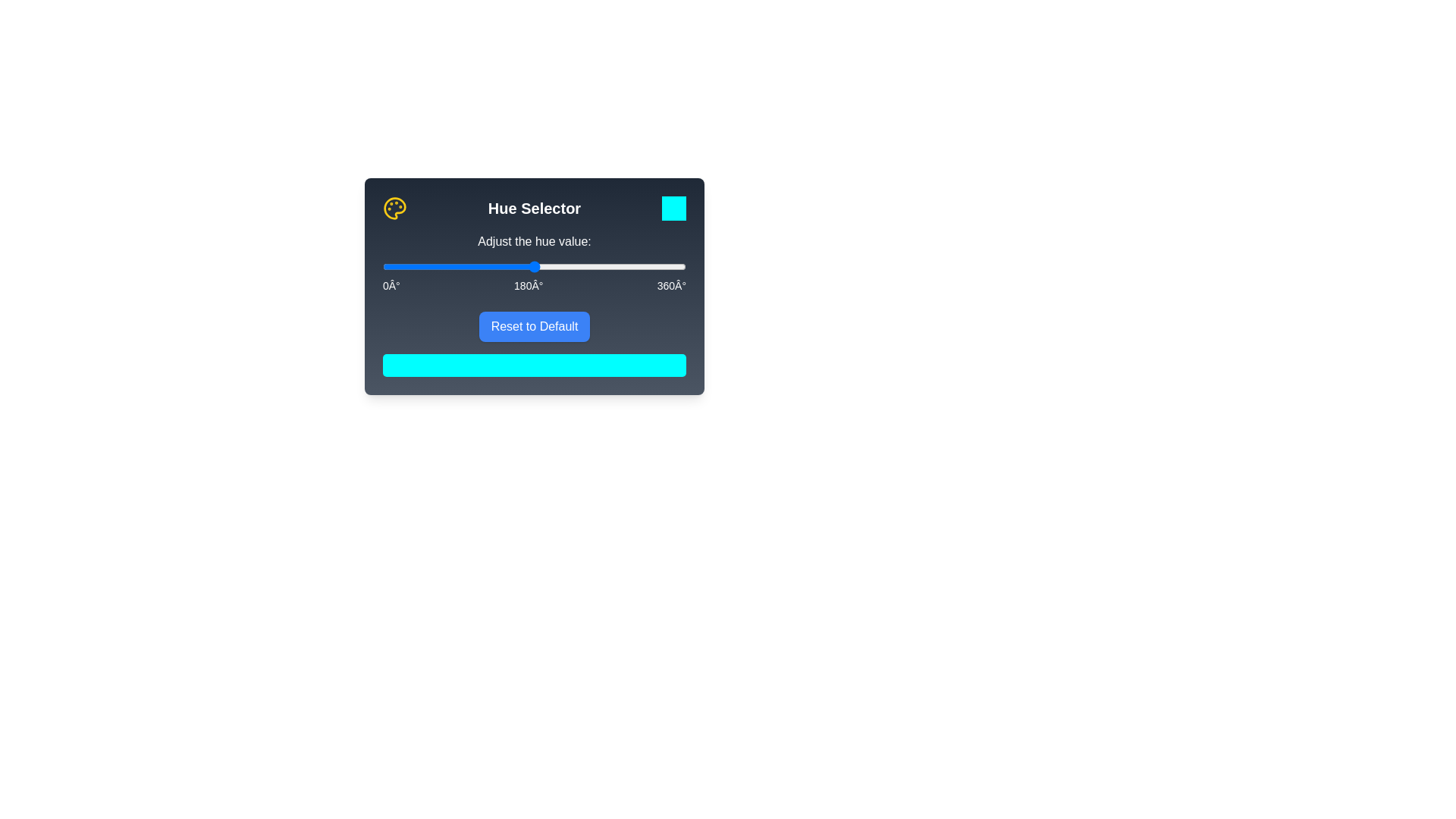 The height and width of the screenshot is (819, 1456). Describe the element at coordinates (546, 265) in the screenshot. I see `the hue slider to 195°` at that location.